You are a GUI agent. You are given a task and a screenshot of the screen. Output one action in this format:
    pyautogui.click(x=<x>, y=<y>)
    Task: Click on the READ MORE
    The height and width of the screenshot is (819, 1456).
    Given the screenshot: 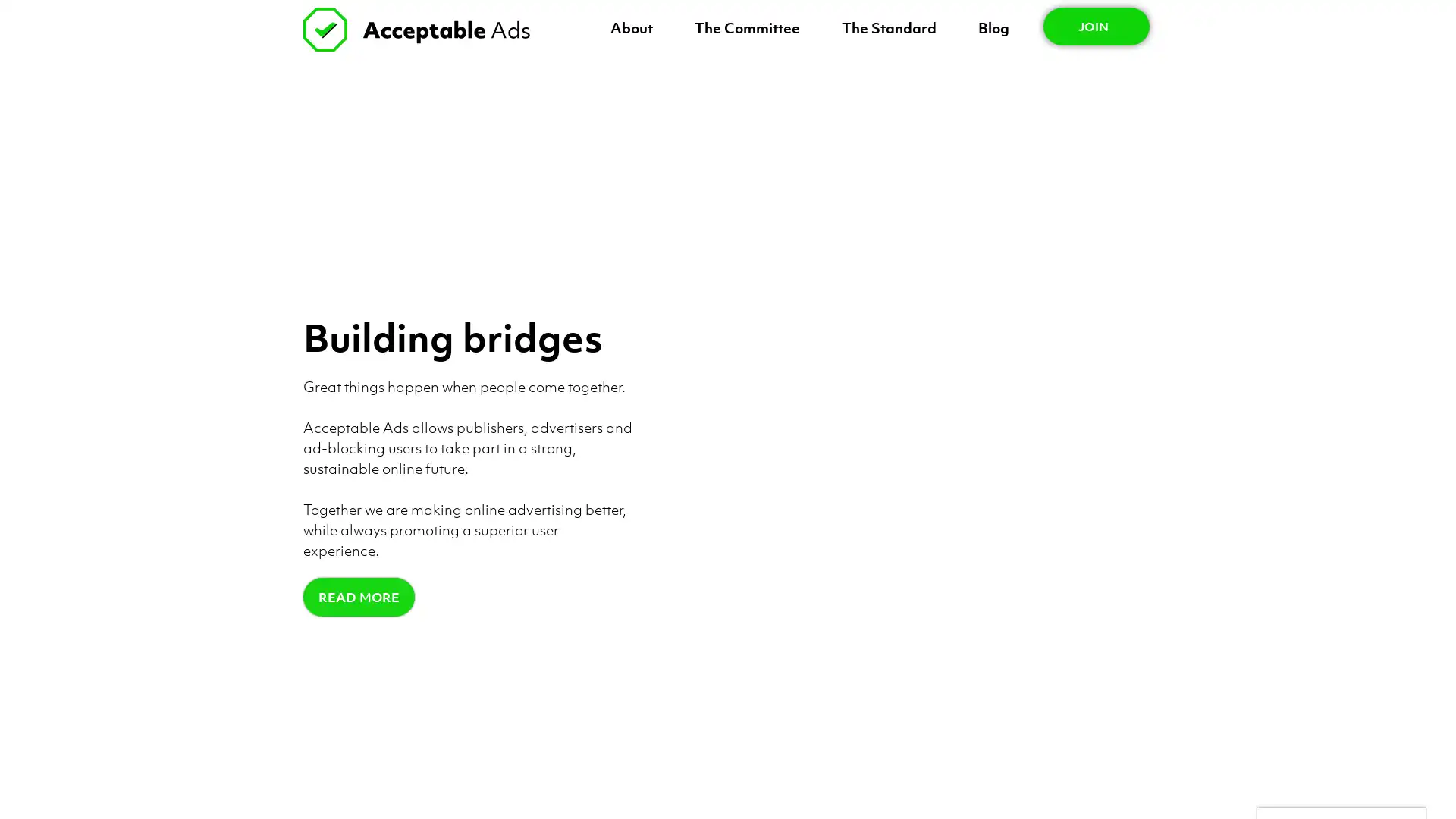 What is the action you would take?
    pyautogui.click(x=358, y=595)
    